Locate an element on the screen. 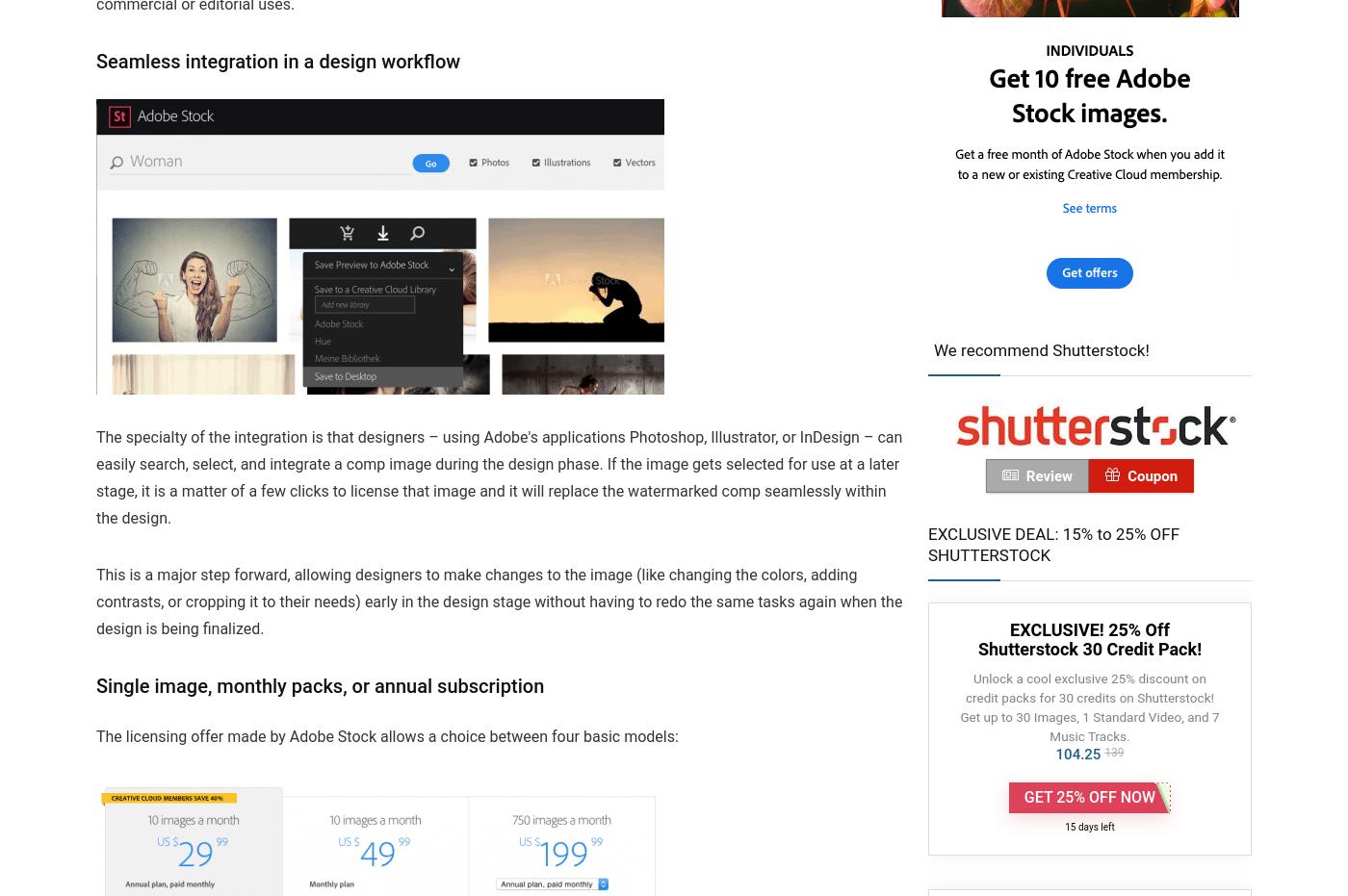 Image resolution: width=1348 pixels, height=896 pixels. 'Adobe’s New Content Credentials Icon and Adoption Partnerships' is located at coordinates (386, 38).